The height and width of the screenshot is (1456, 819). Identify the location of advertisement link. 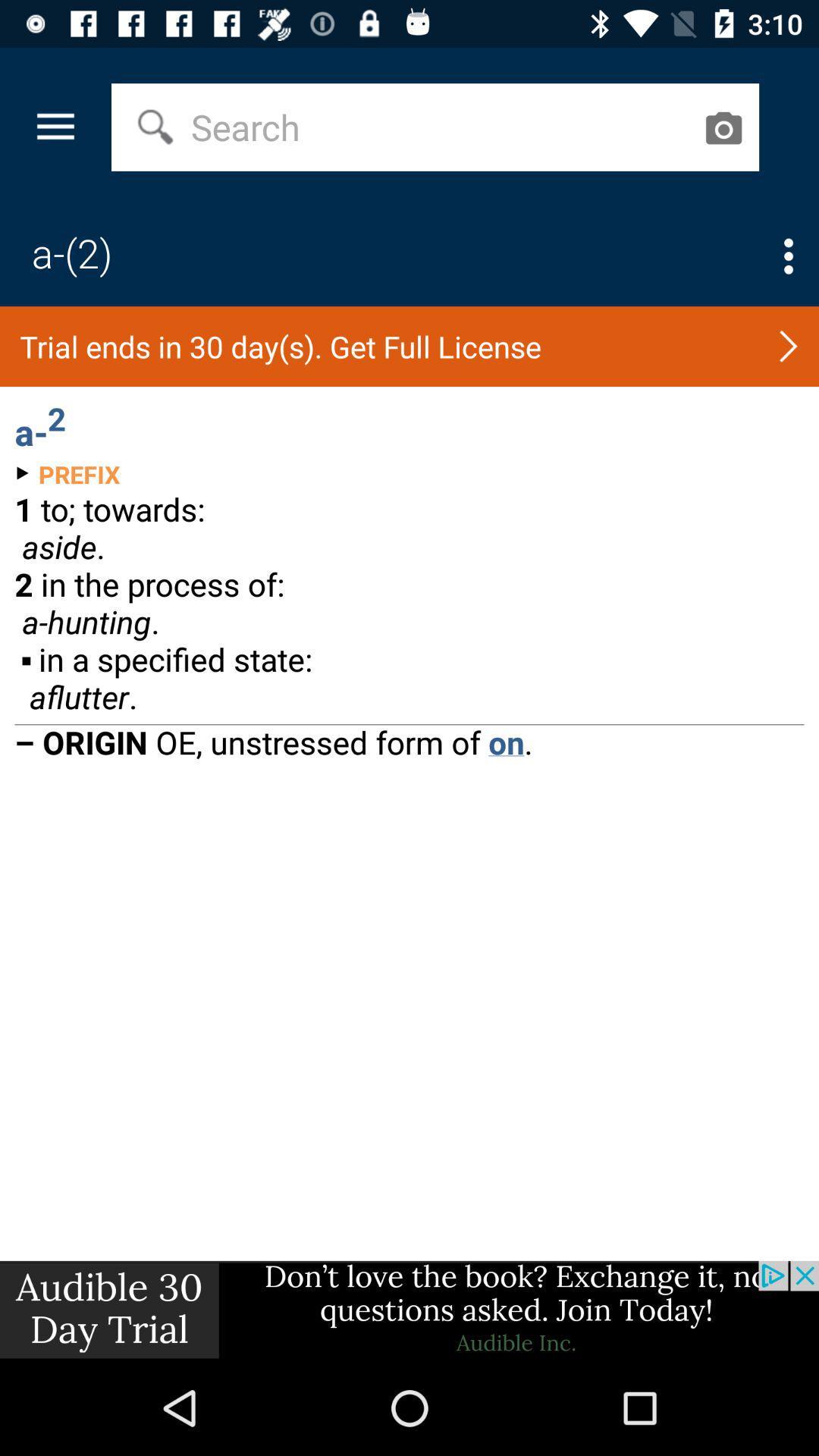
(409, 1310).